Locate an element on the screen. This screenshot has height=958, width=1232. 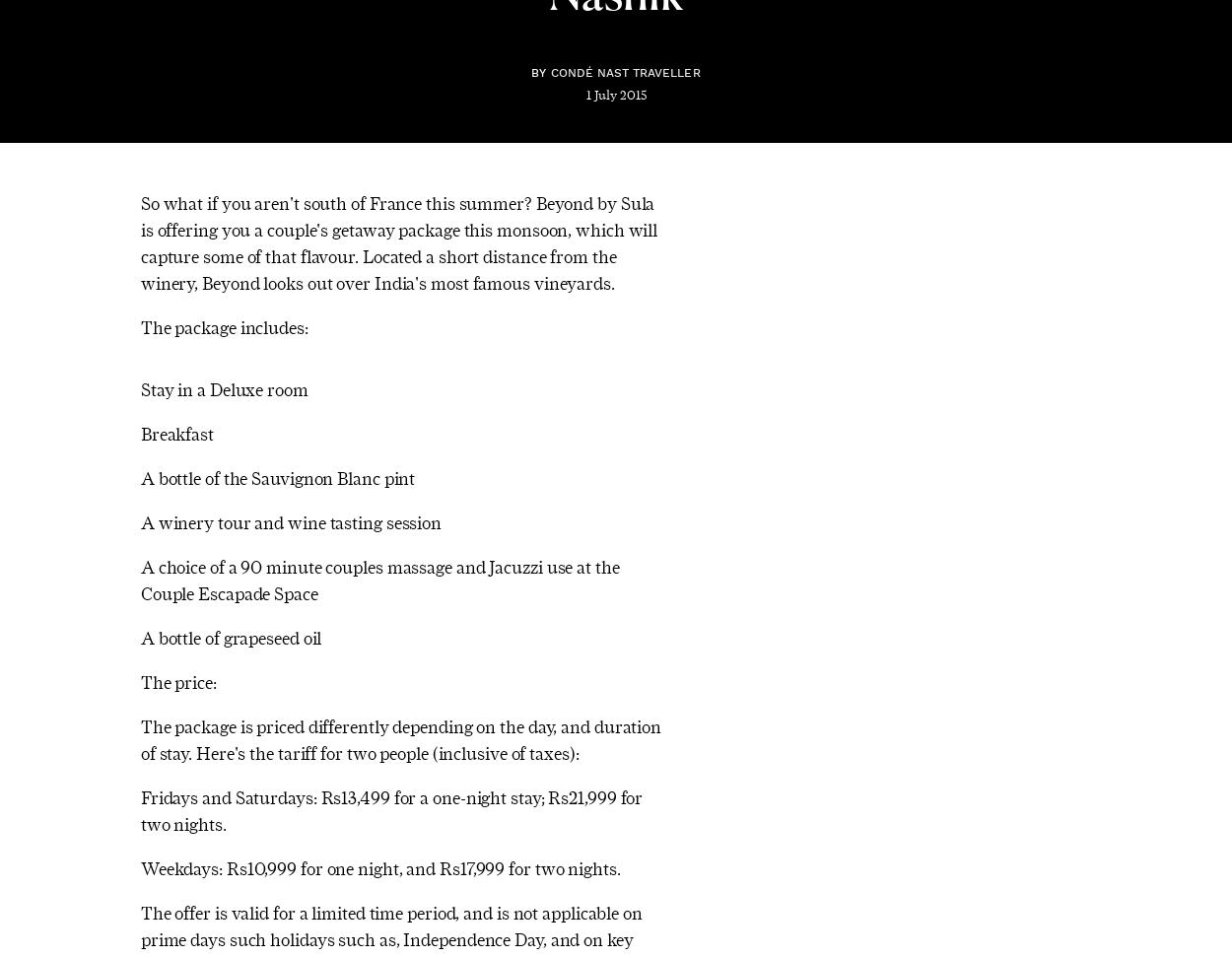
'A bottle of grapeseed oil' is located at coordinates (230, 637).